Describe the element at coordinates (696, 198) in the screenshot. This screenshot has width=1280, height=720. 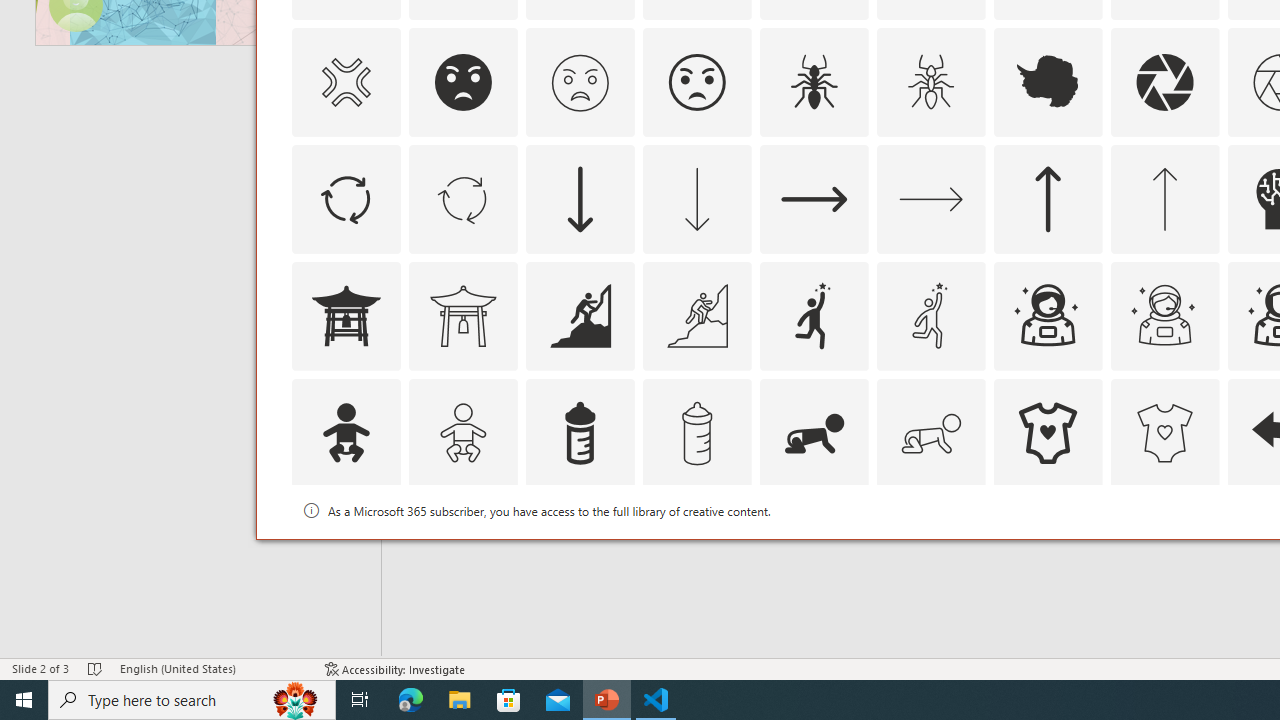
I see `'AutomationID: Icons_ArrowDown_M'` at that location.